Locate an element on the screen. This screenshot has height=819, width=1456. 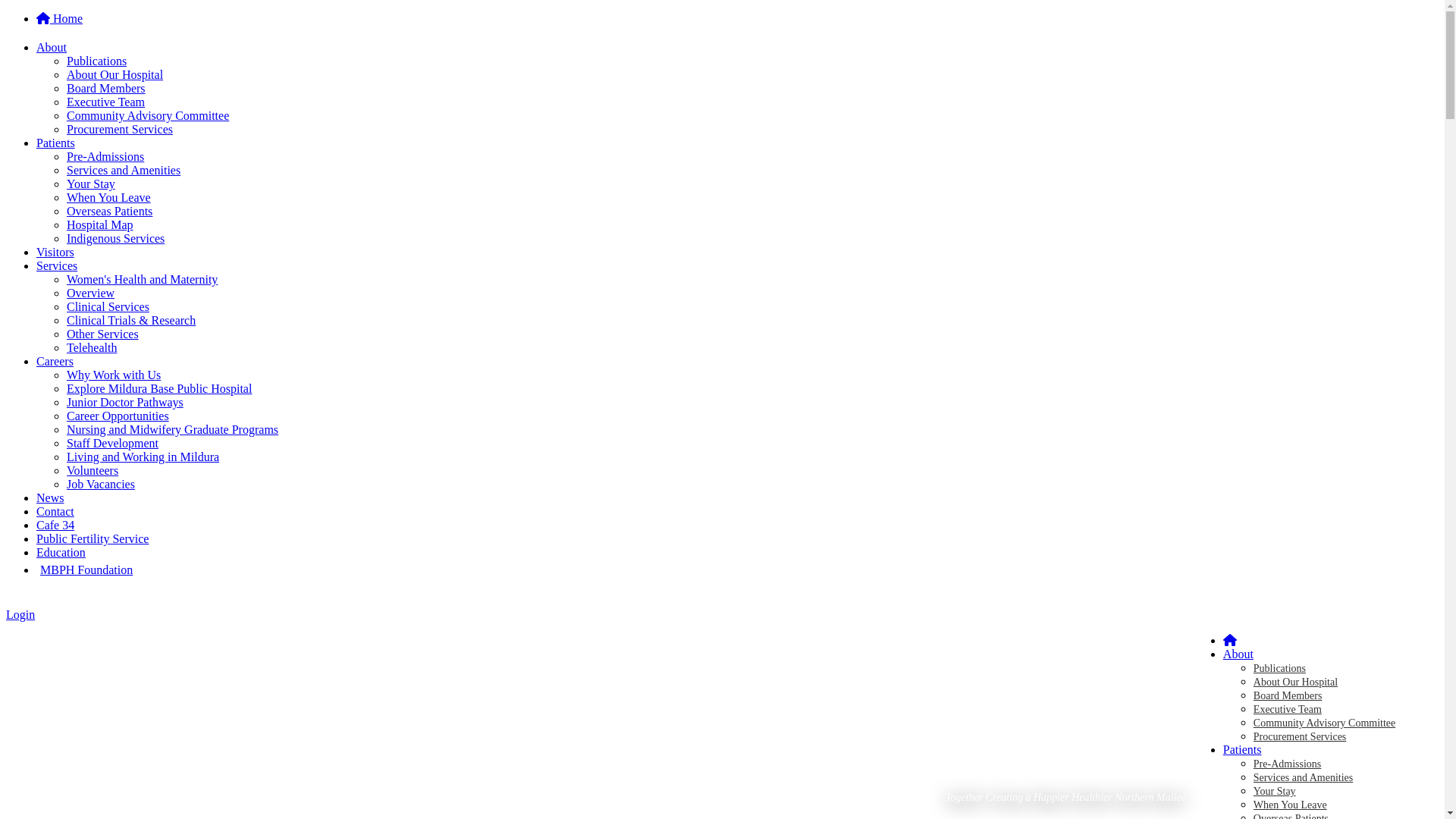
'Overseas Patients' is located at coordinates (108, 211).